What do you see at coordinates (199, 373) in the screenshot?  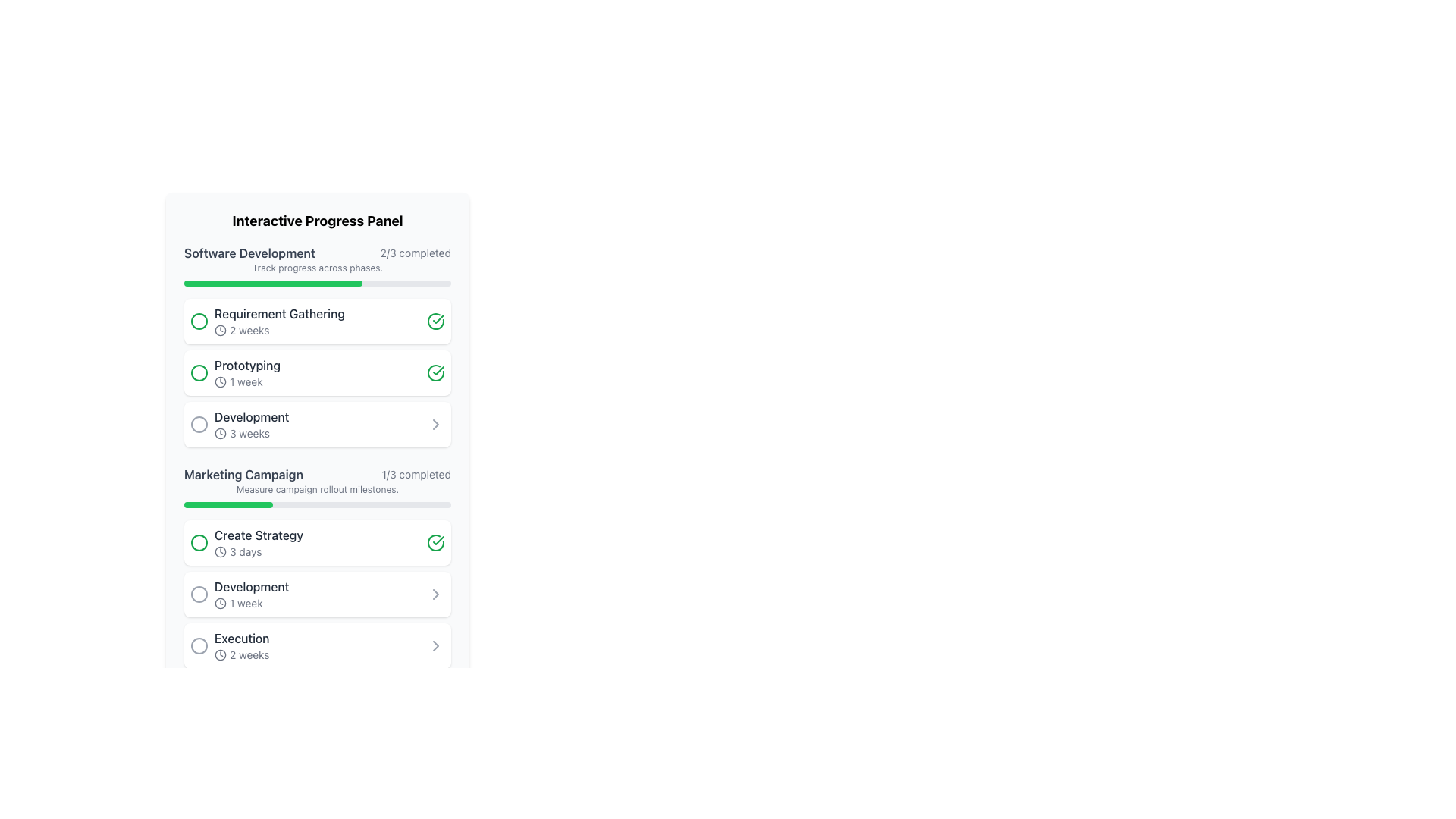 I see `the circular outlined icon with a green stroke located at the beginning of the line item labeled 'Prototyping'` at bounding box center [199, 373].